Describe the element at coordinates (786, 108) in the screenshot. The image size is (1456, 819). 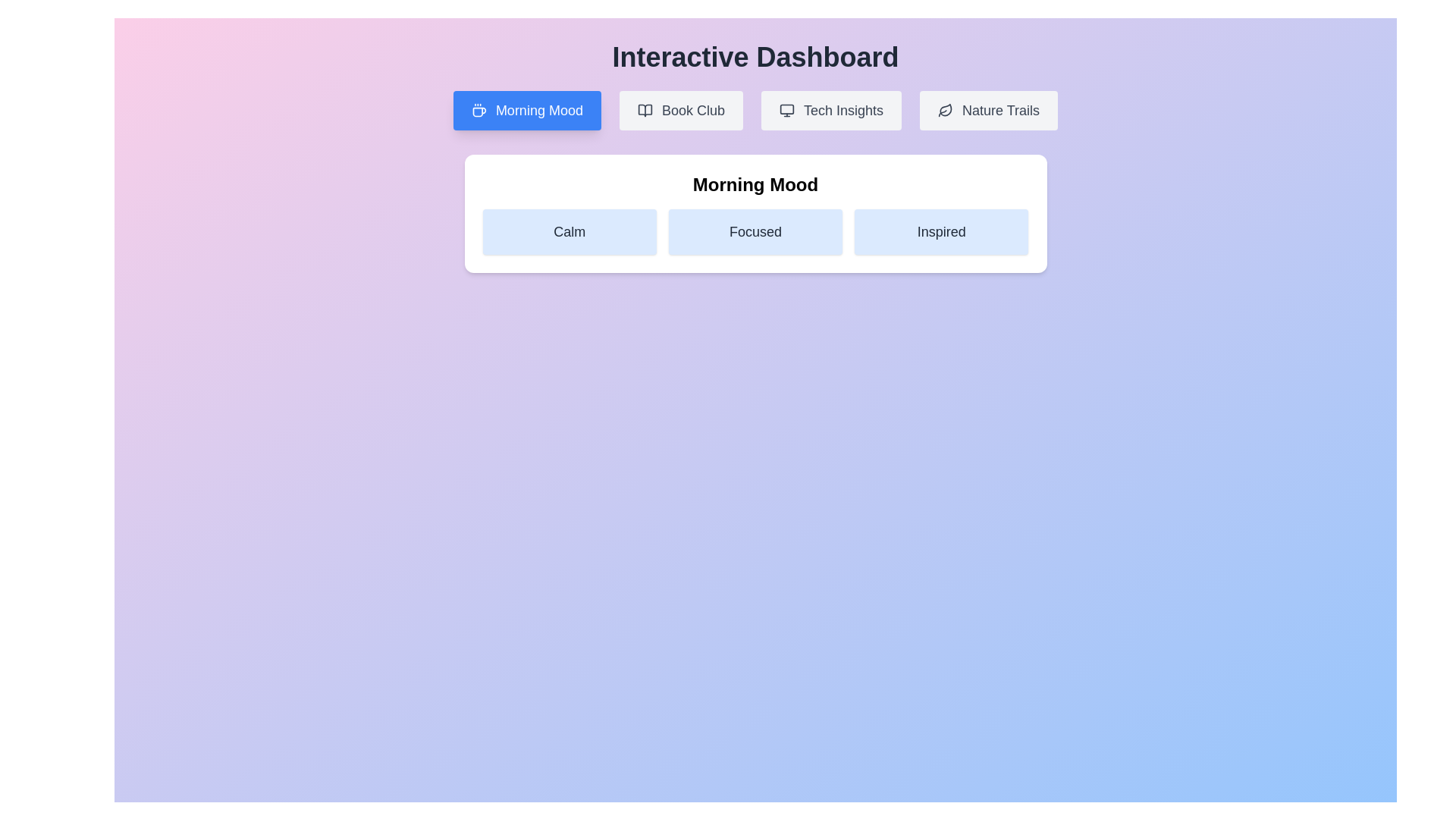
I see `the SVG rectangle representing the body of the monitor in the 'Tech Insights' icon located in the top navigation bar` at that location.